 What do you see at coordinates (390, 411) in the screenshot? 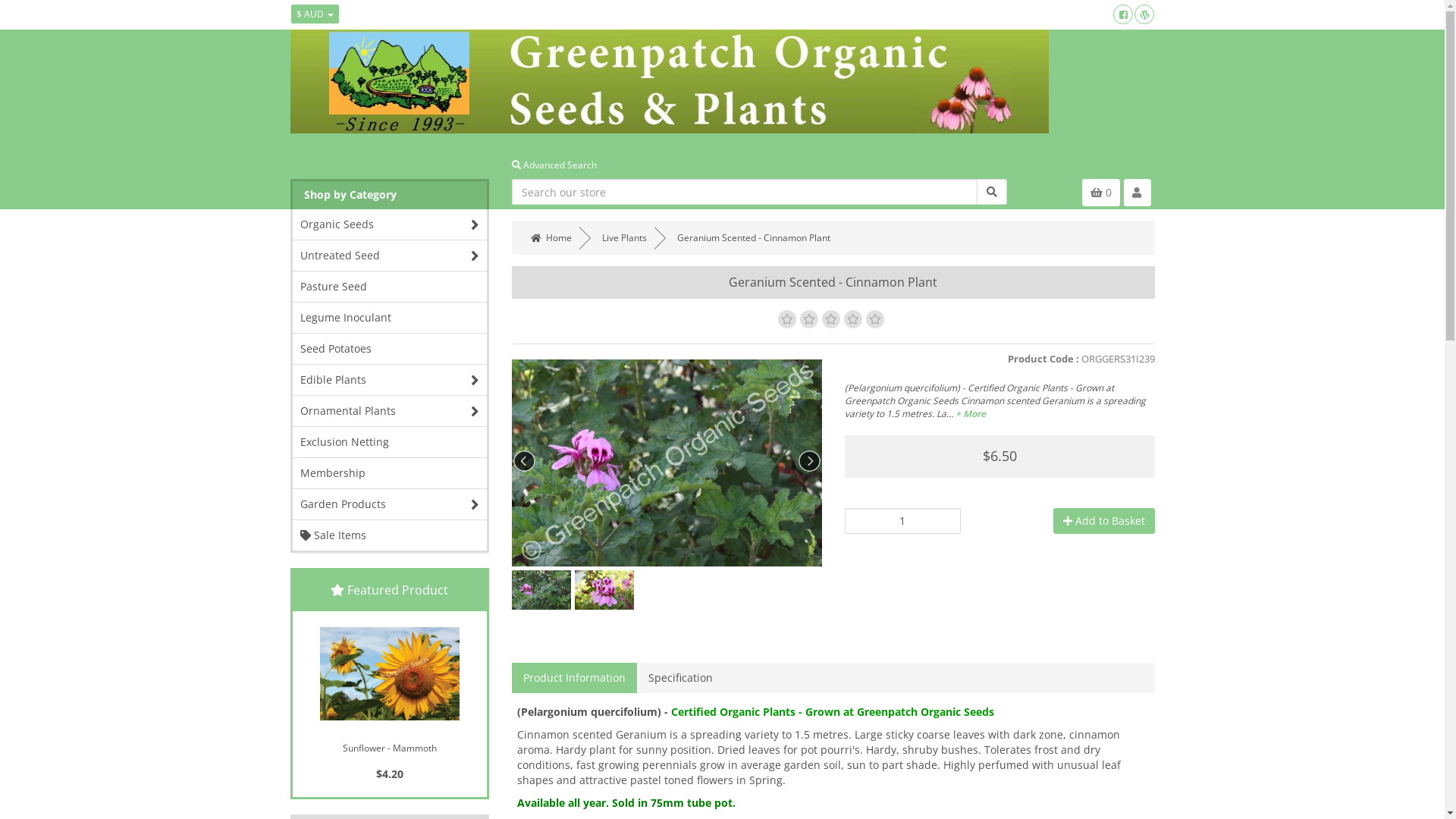
I see `'Ornamental Plants'` at bounding box center [390, 411].